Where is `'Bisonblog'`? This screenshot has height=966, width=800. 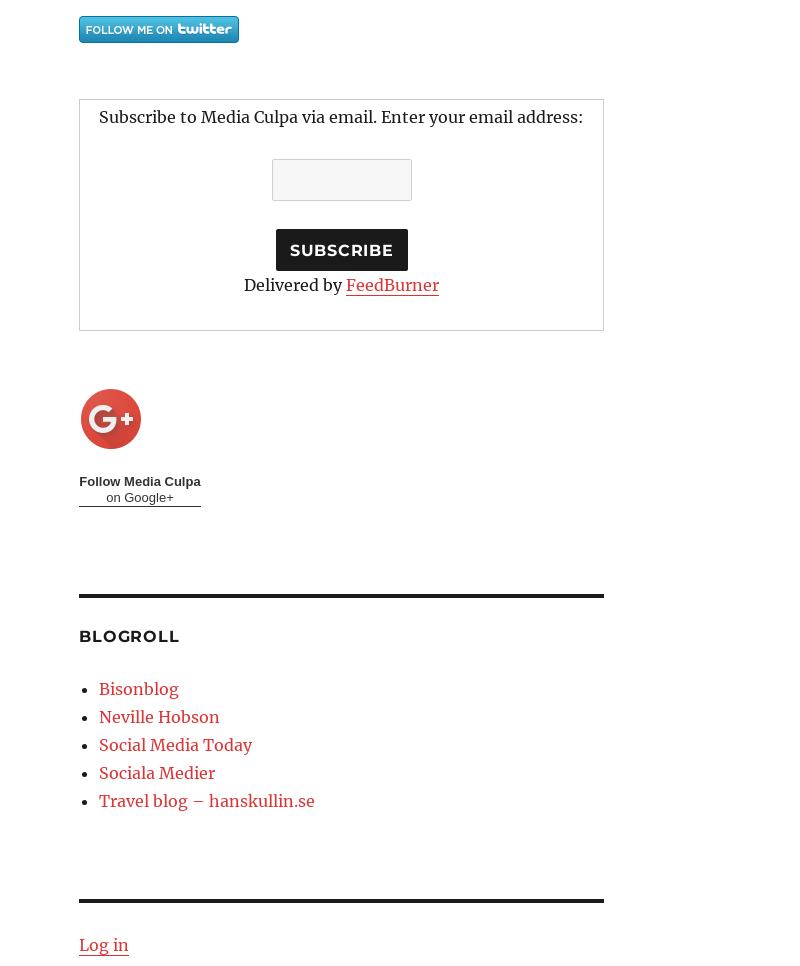
'Bisonblog' is located at coordinates (139, 689).